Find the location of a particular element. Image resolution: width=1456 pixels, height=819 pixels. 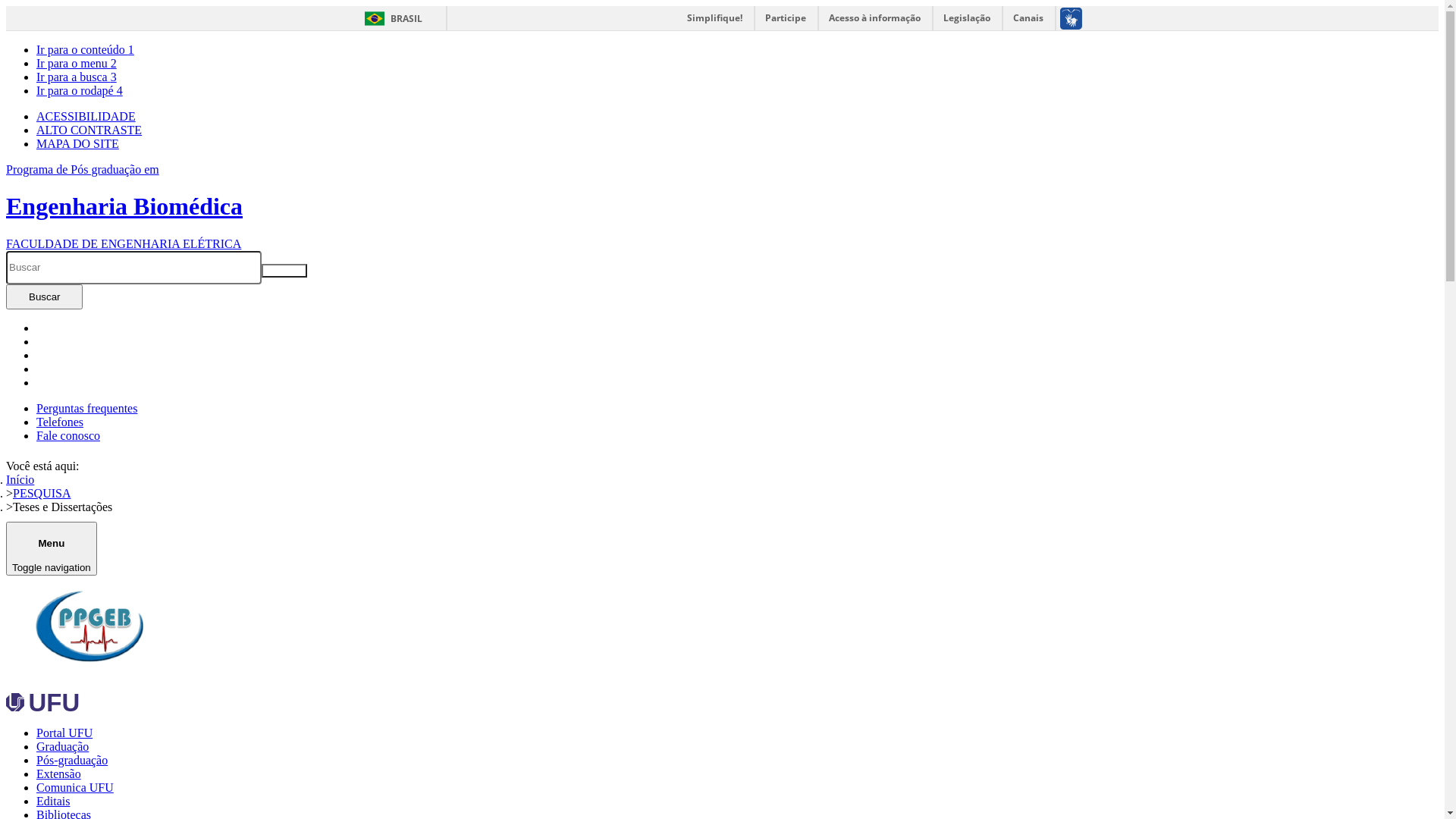

'ALTO CONTRASTE' is located at coordinates (88, 129).